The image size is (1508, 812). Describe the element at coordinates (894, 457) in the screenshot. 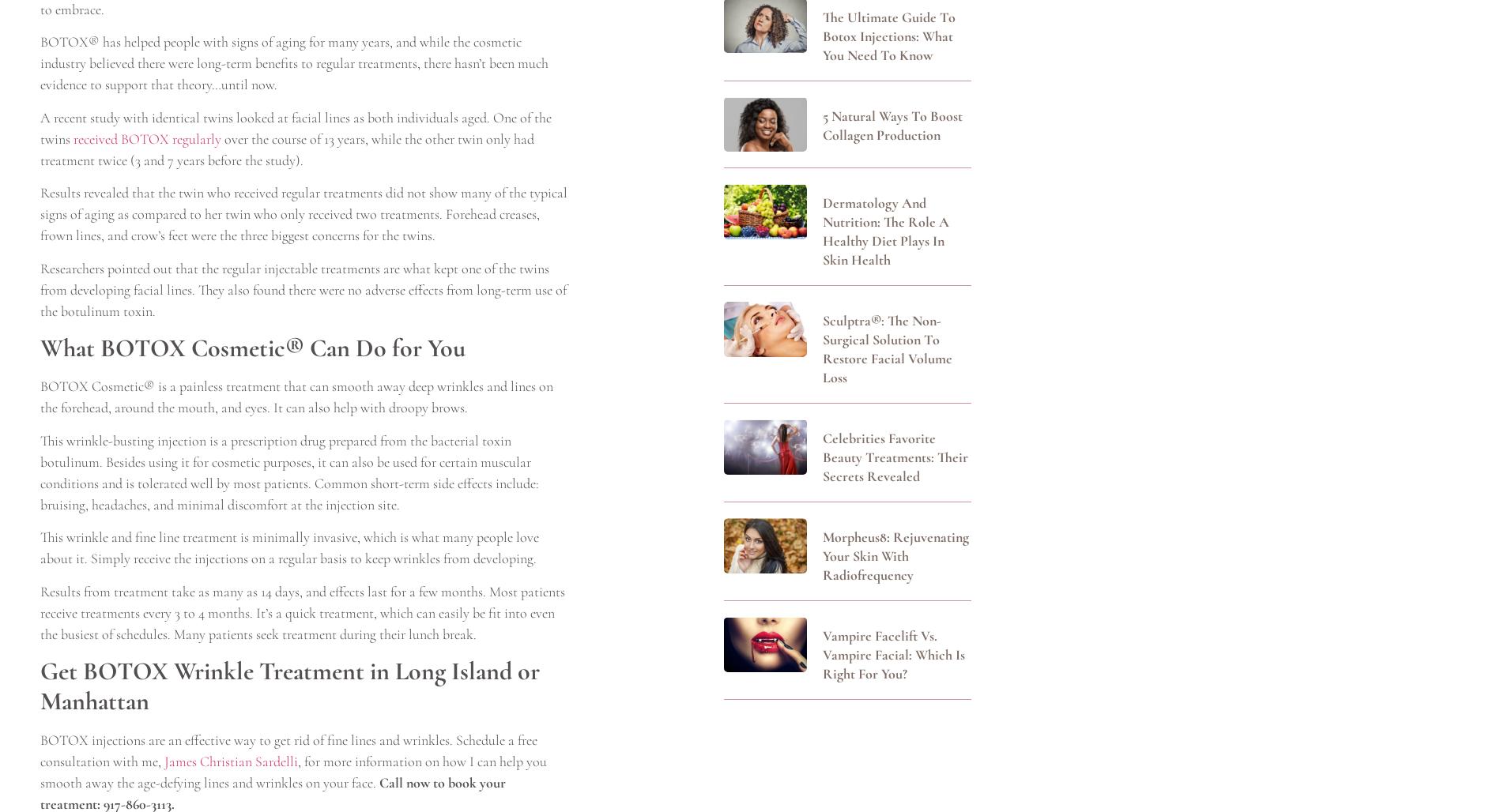

I see `'Celebrities Favorite Beauty Treatments: Their Secrets Revealed'` at that location.